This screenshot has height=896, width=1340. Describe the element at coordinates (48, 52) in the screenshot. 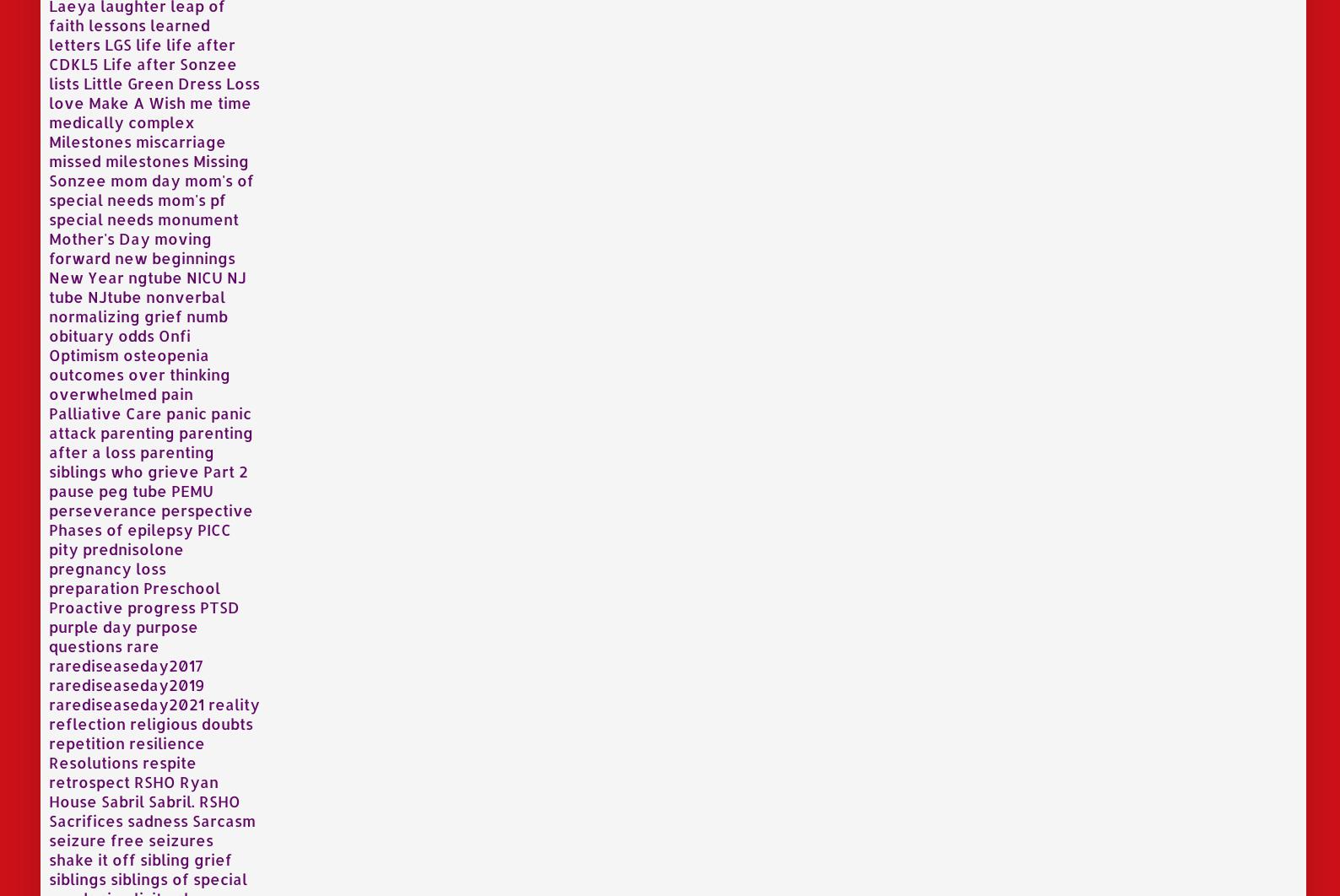

I see `'life after CDKL5'` at that location.